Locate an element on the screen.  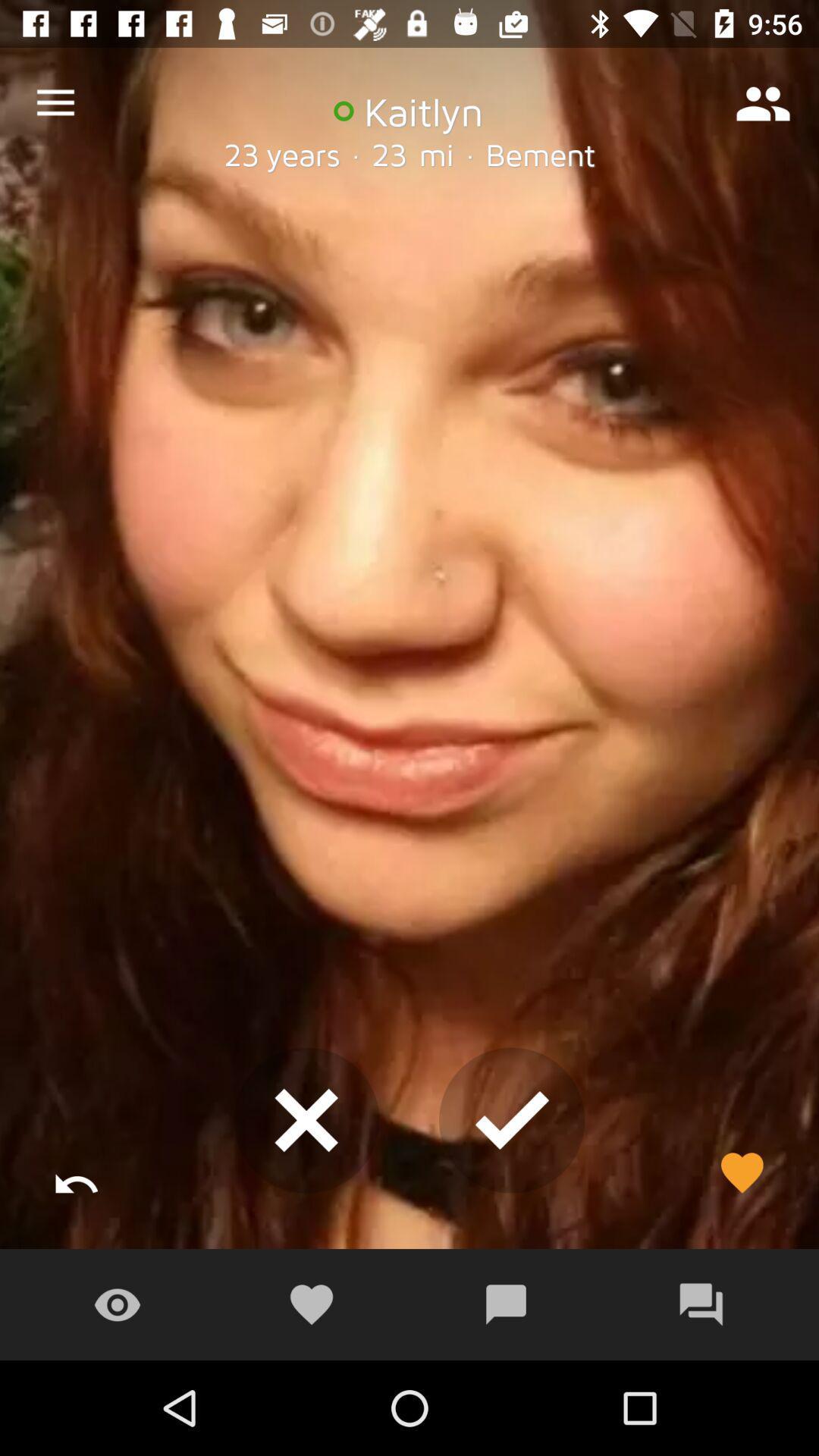
the check icon is located at coordinates (512, 1120).